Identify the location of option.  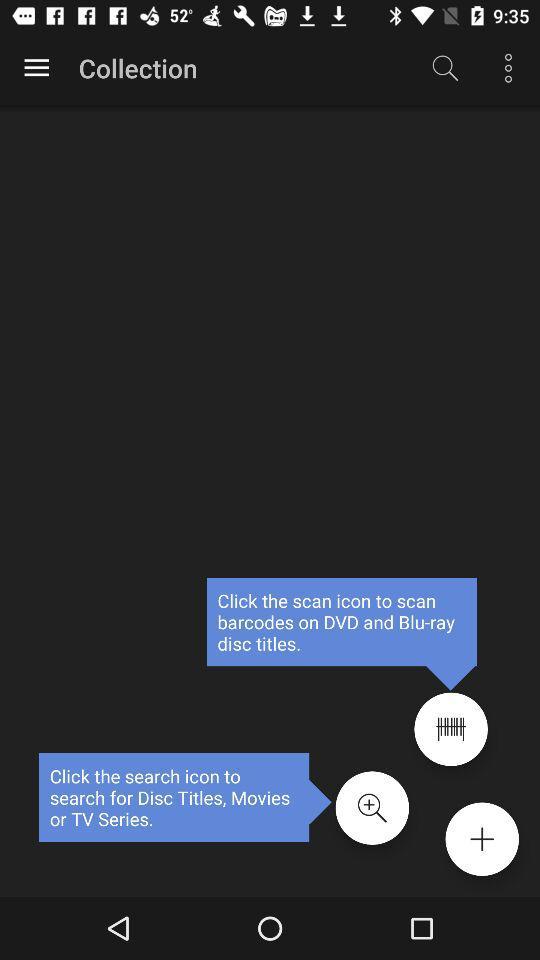
(481, 839).